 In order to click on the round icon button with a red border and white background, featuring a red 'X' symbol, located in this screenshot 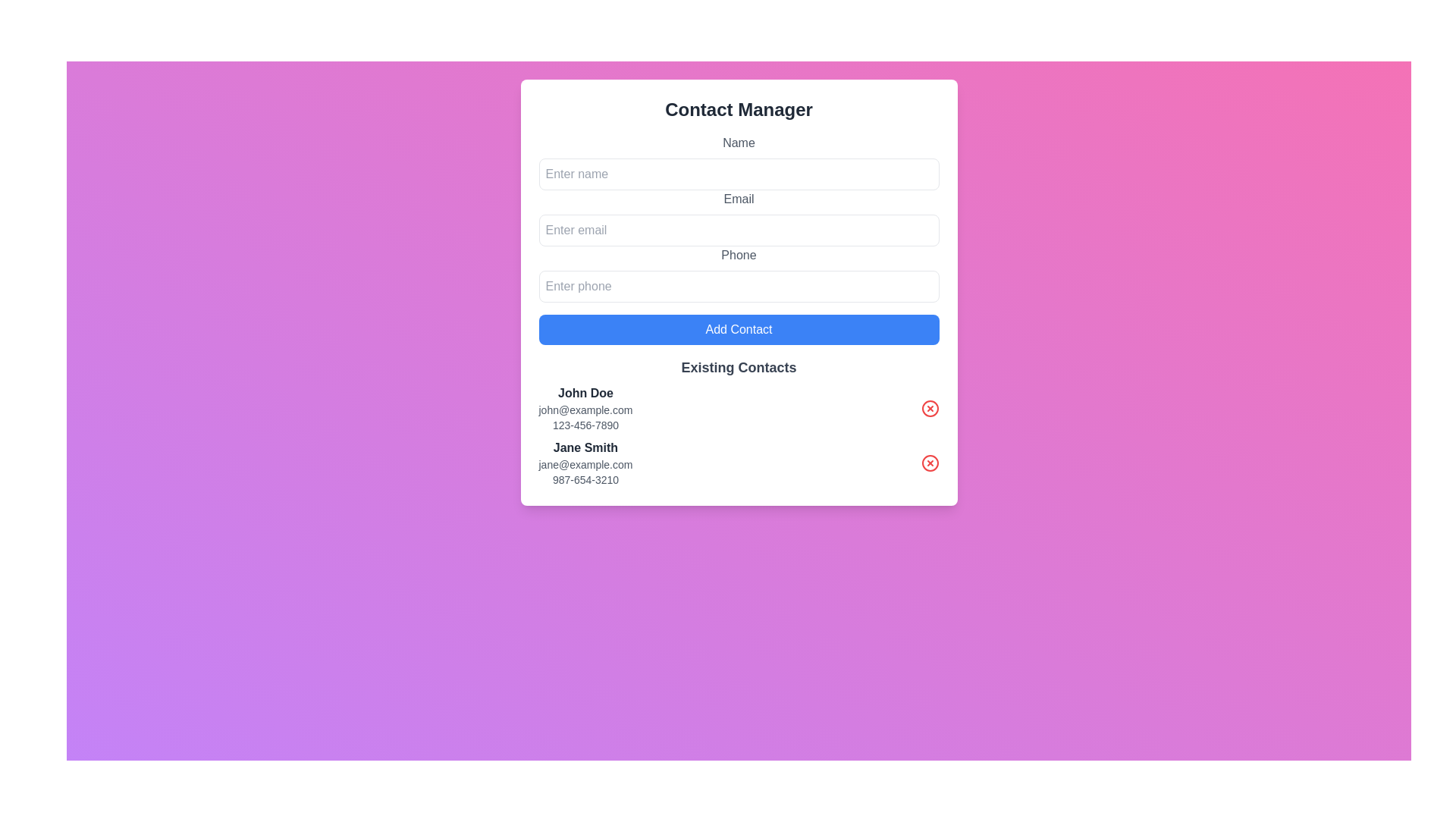, I will do `click(929, 462)`.